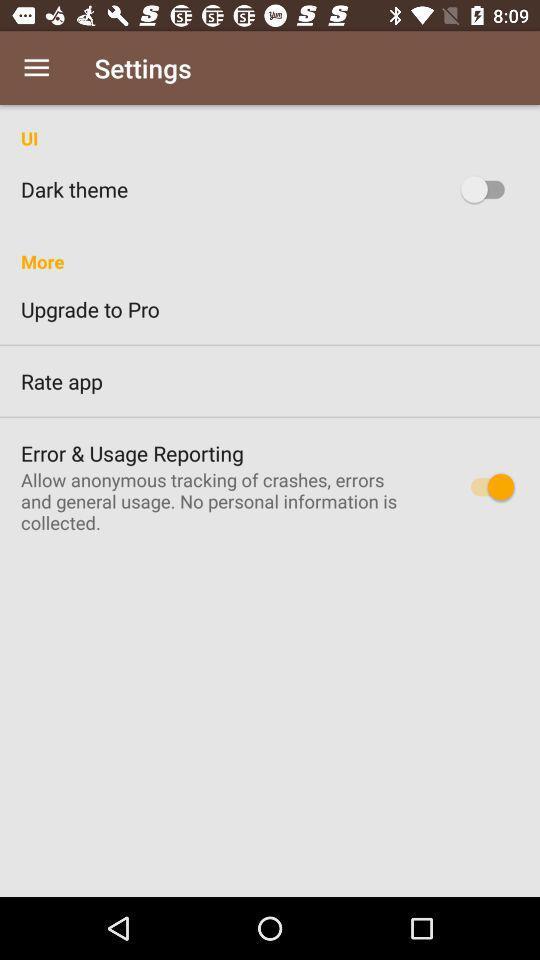 The image size is (540, 960). What do you see at coordinates (36, 68) in the screenshot?
I see `the icon next to the settings` at bounding box center [36, 68].